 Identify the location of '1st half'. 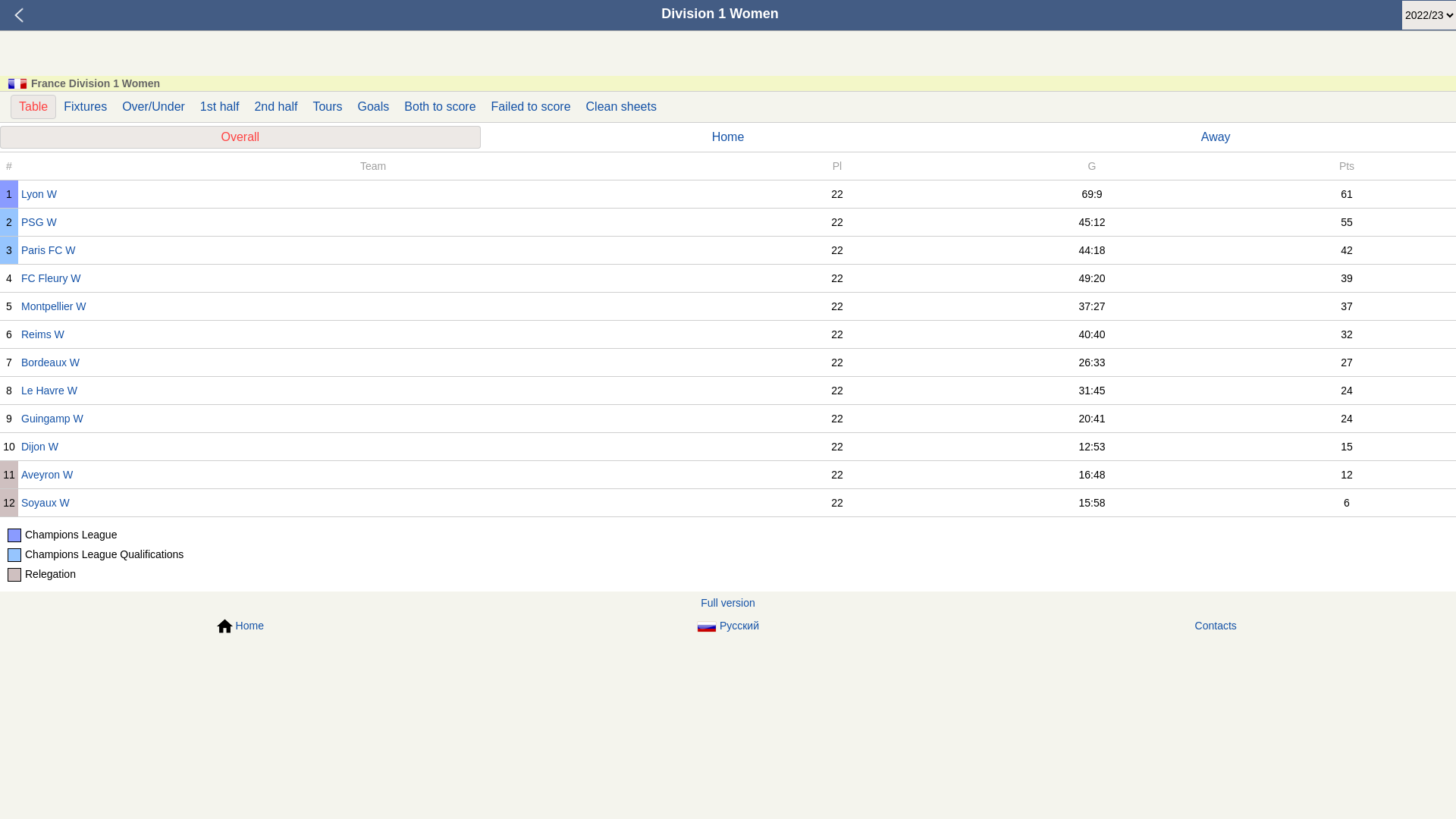
(218, 106).